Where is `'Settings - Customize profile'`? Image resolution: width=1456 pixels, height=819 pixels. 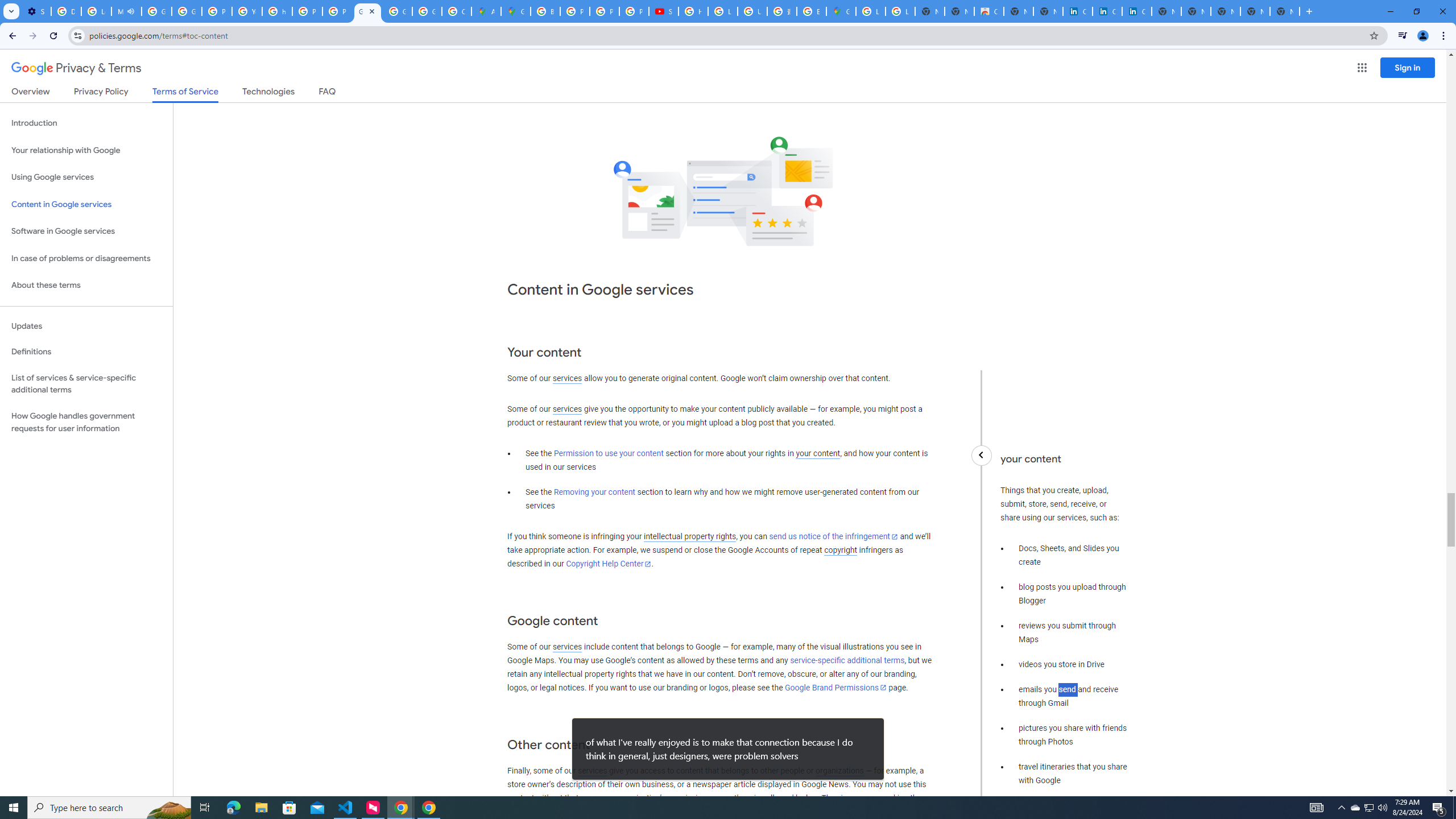
'Settings - Customize profile' is located at coordinates (36, 11).